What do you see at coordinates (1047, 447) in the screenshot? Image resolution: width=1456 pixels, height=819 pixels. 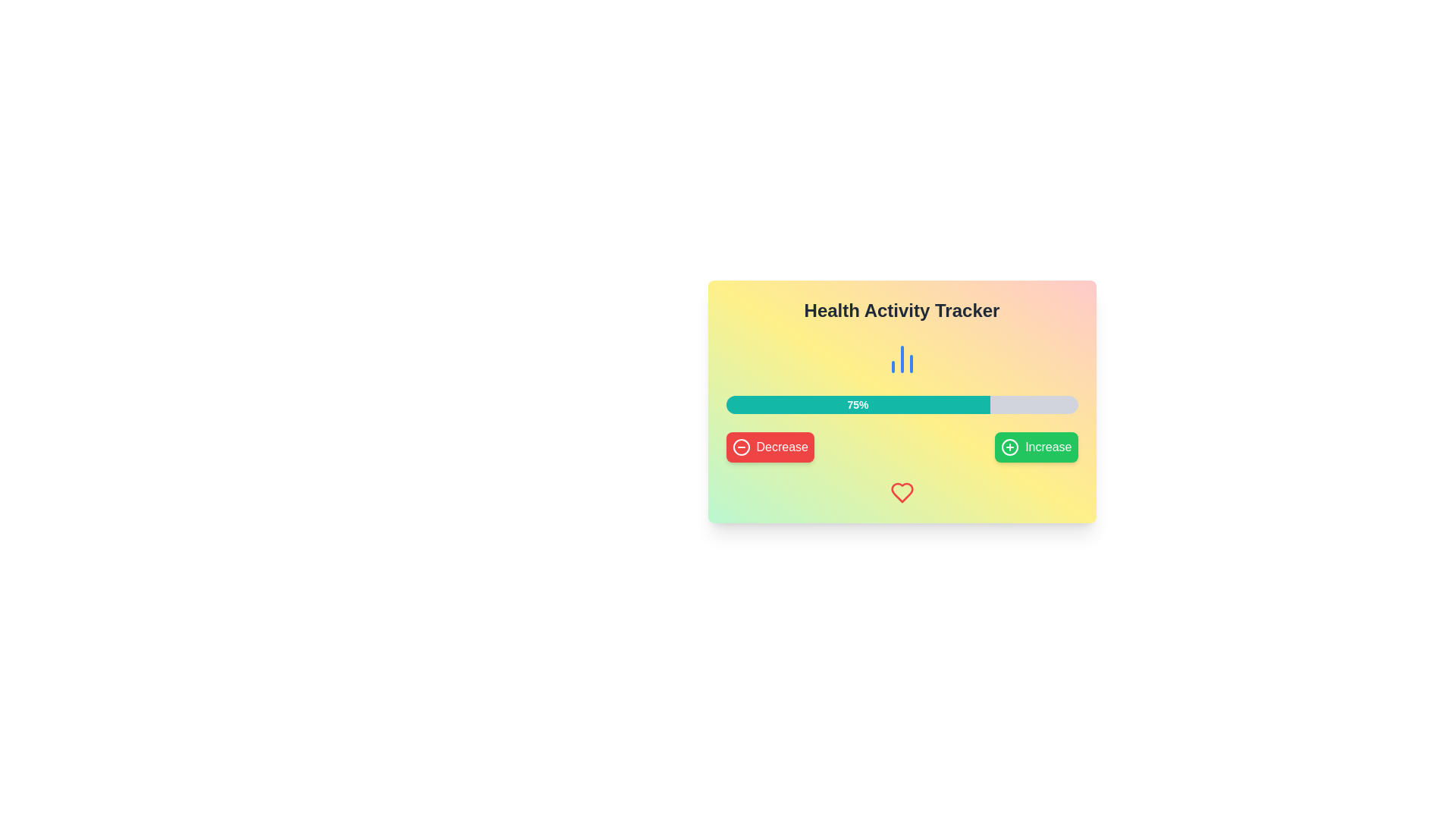 I see `the button containing the text label that signifies the action of incrementing or adding to an associated value, located on the far right of the button group` at bounding box center [1047, 447].